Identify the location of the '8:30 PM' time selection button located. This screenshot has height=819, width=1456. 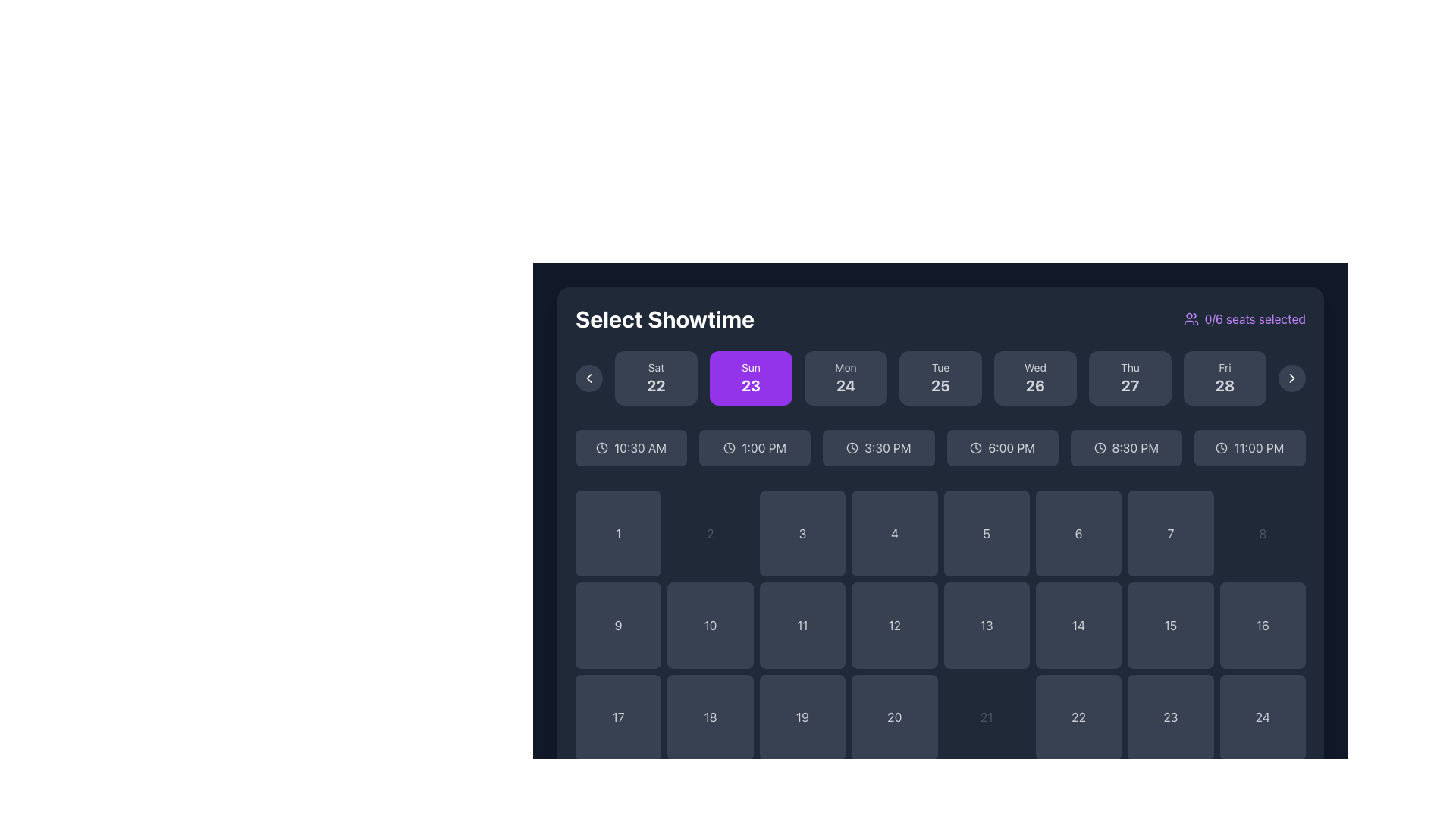
(1135, 447).